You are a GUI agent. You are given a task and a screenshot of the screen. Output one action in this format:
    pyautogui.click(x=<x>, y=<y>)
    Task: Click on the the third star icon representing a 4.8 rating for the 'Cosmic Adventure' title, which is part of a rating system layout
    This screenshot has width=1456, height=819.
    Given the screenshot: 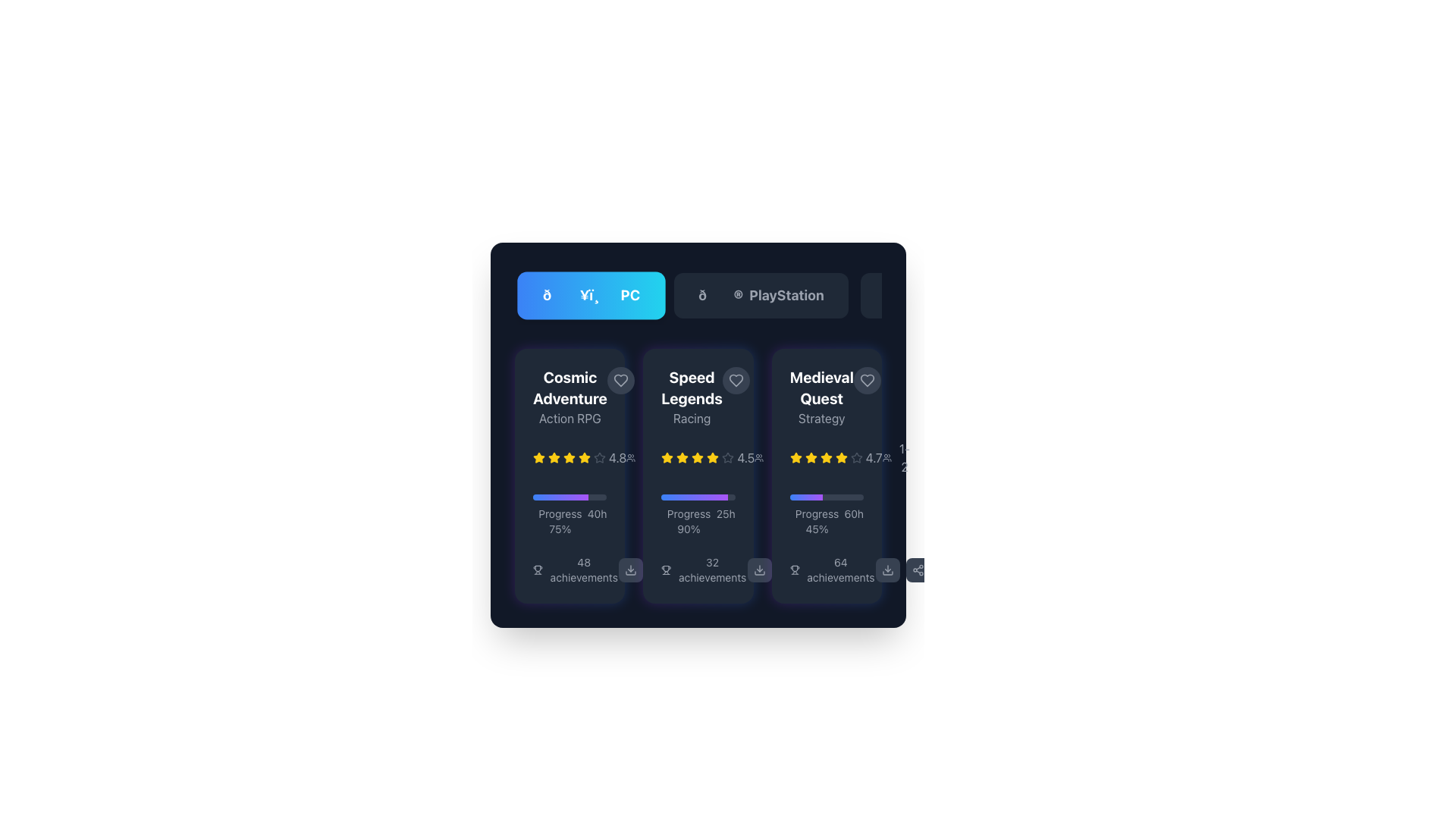 What is the action you would take?
    pyautogui.click(x=553, y=457)
    